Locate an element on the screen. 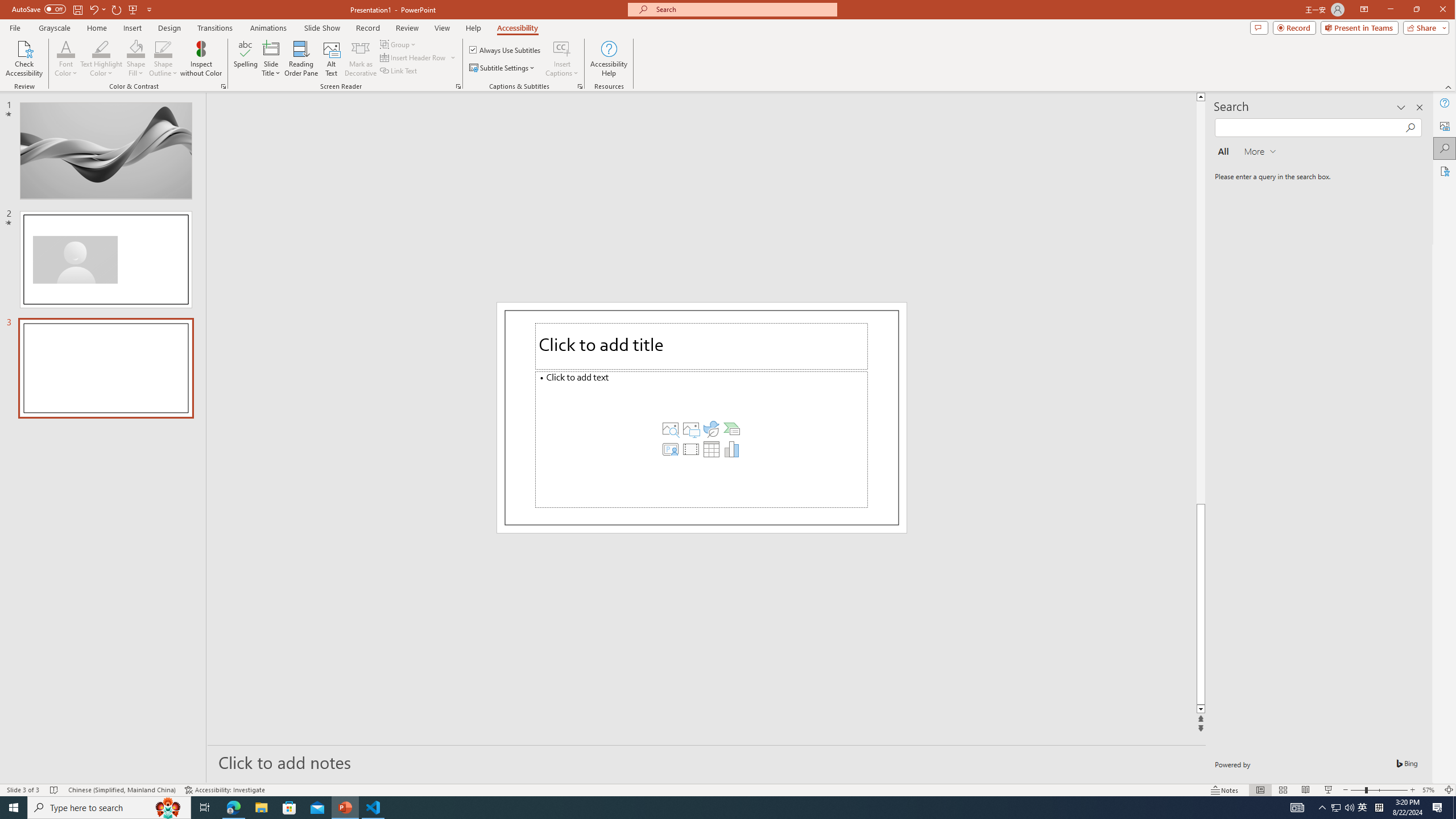 Image resolution: width=1456 pixels, height=819 pixels. 'Always Use Subtitles' is located at coordinates (505, 49).